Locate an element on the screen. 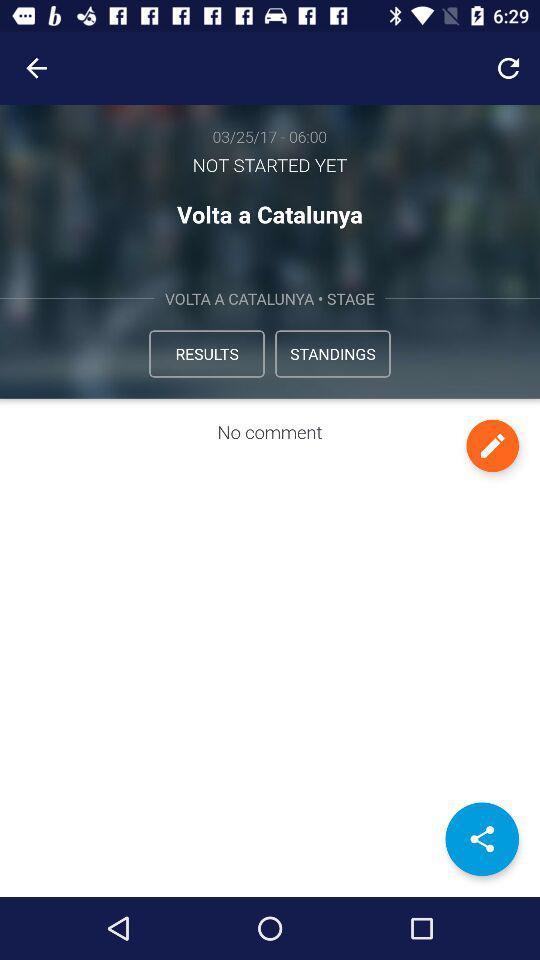  the edit icon is located at coordinates (491, 445).